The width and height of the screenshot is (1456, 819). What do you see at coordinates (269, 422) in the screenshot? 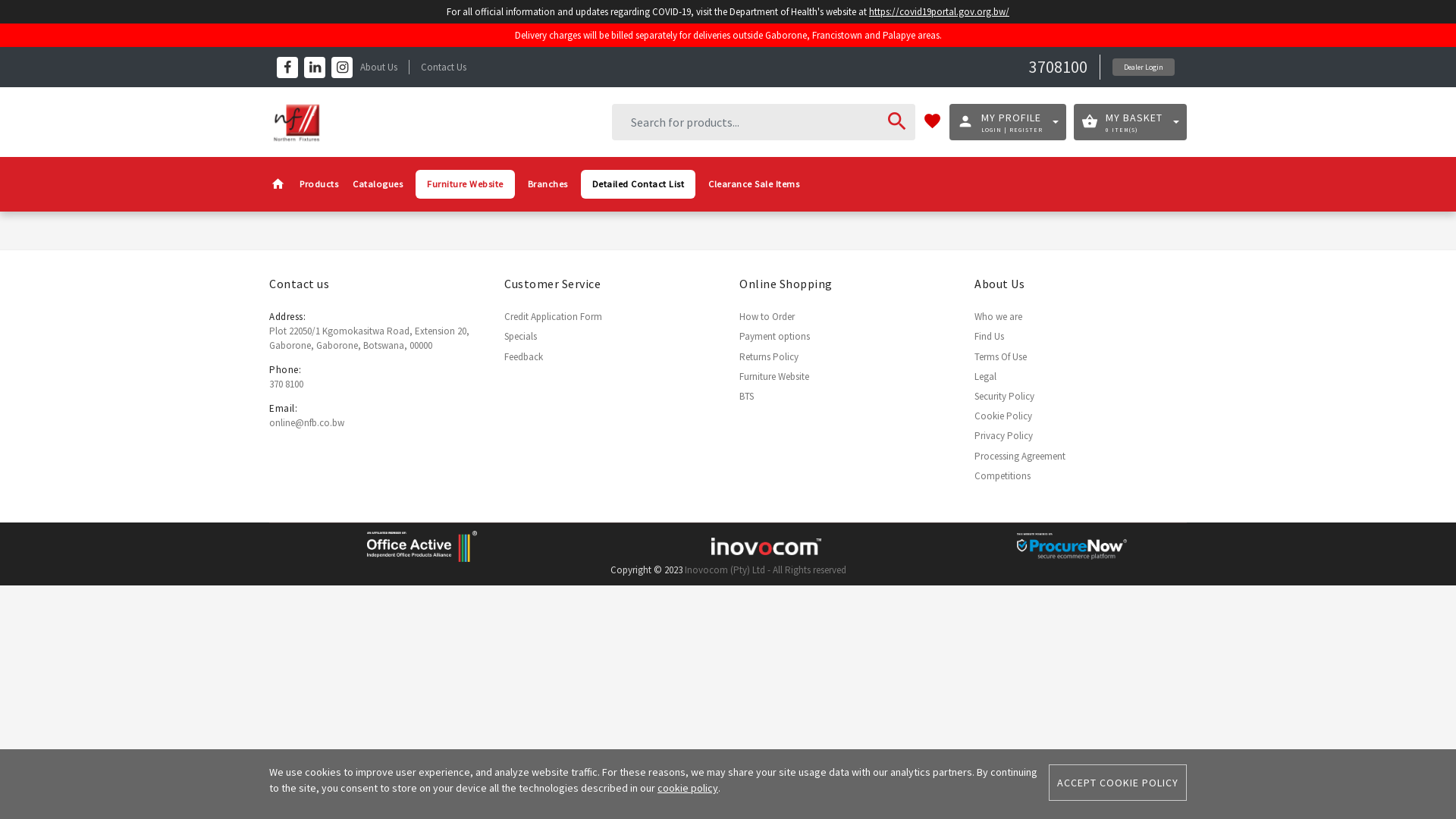
I see `'online@nfb.co.bw'` at bounding box center [269, 422].